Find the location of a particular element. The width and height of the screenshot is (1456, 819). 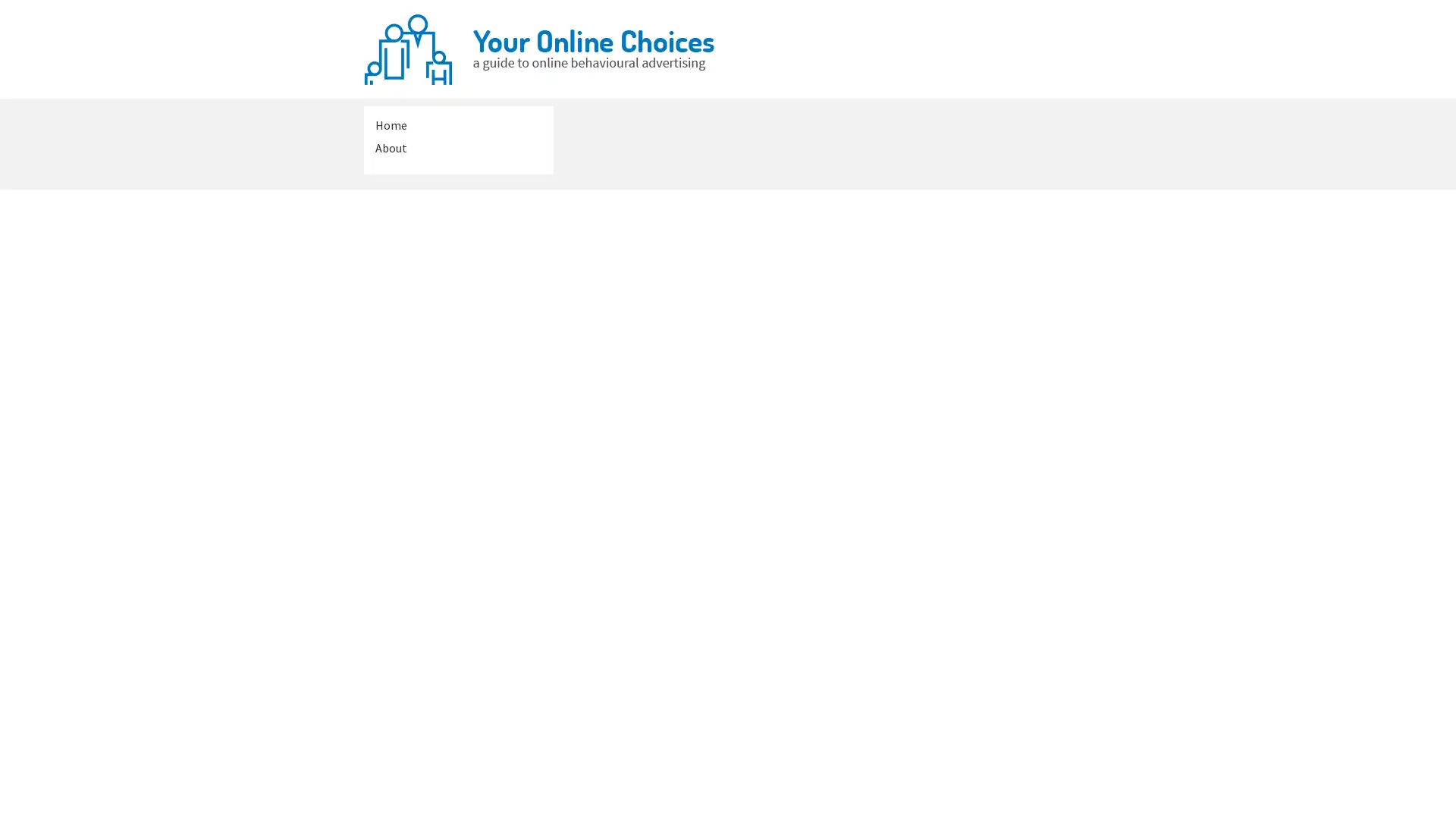

enter full screen is located at coordinates (993, 693).